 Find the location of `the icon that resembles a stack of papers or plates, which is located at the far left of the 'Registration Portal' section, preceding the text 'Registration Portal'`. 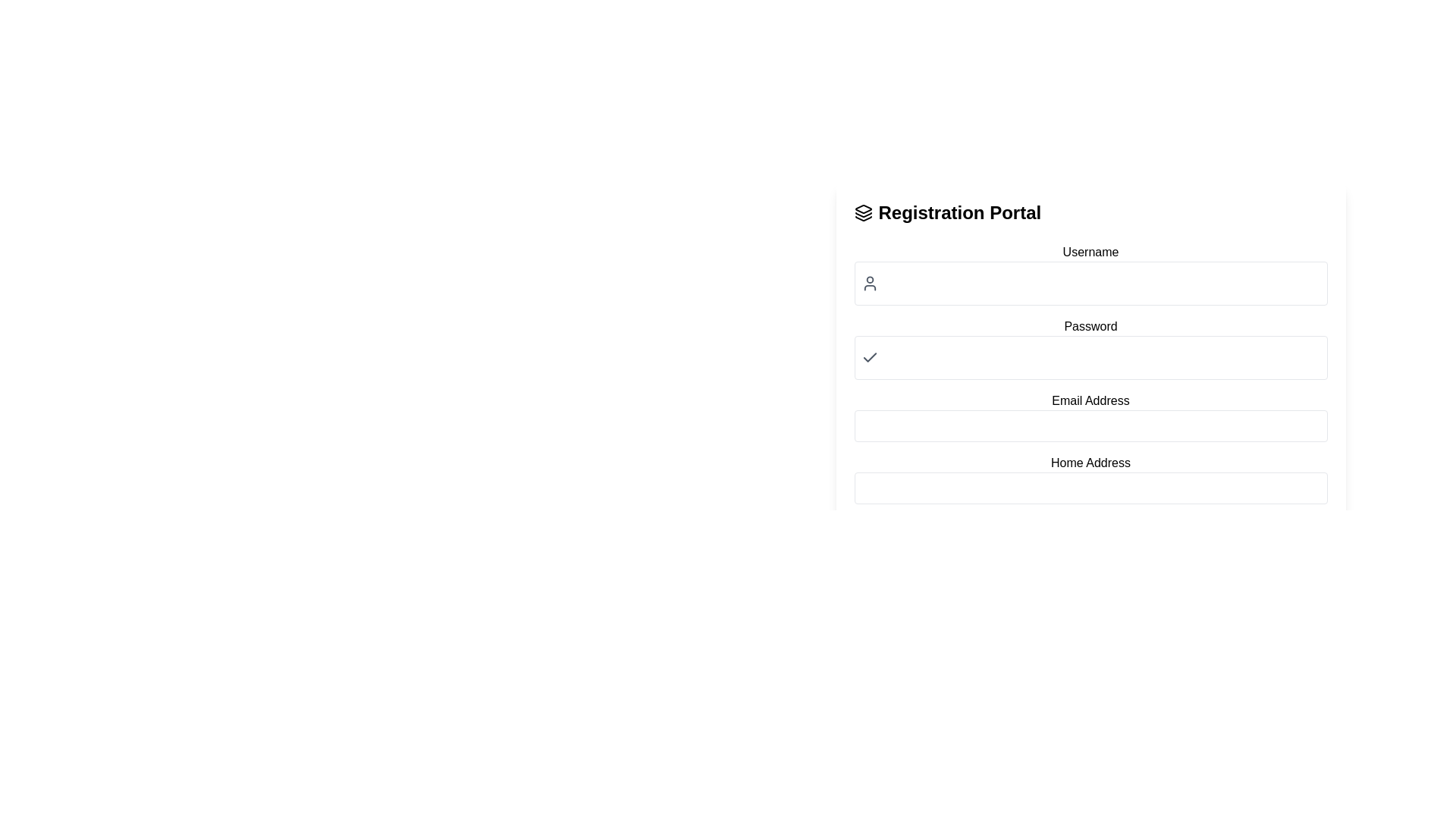

the icon that resembles a stack of papers or plates, which is located at the far left of the 'Registration Portal' section, preceding the text 'Registration Portal' is located at coordinates (863, 213).